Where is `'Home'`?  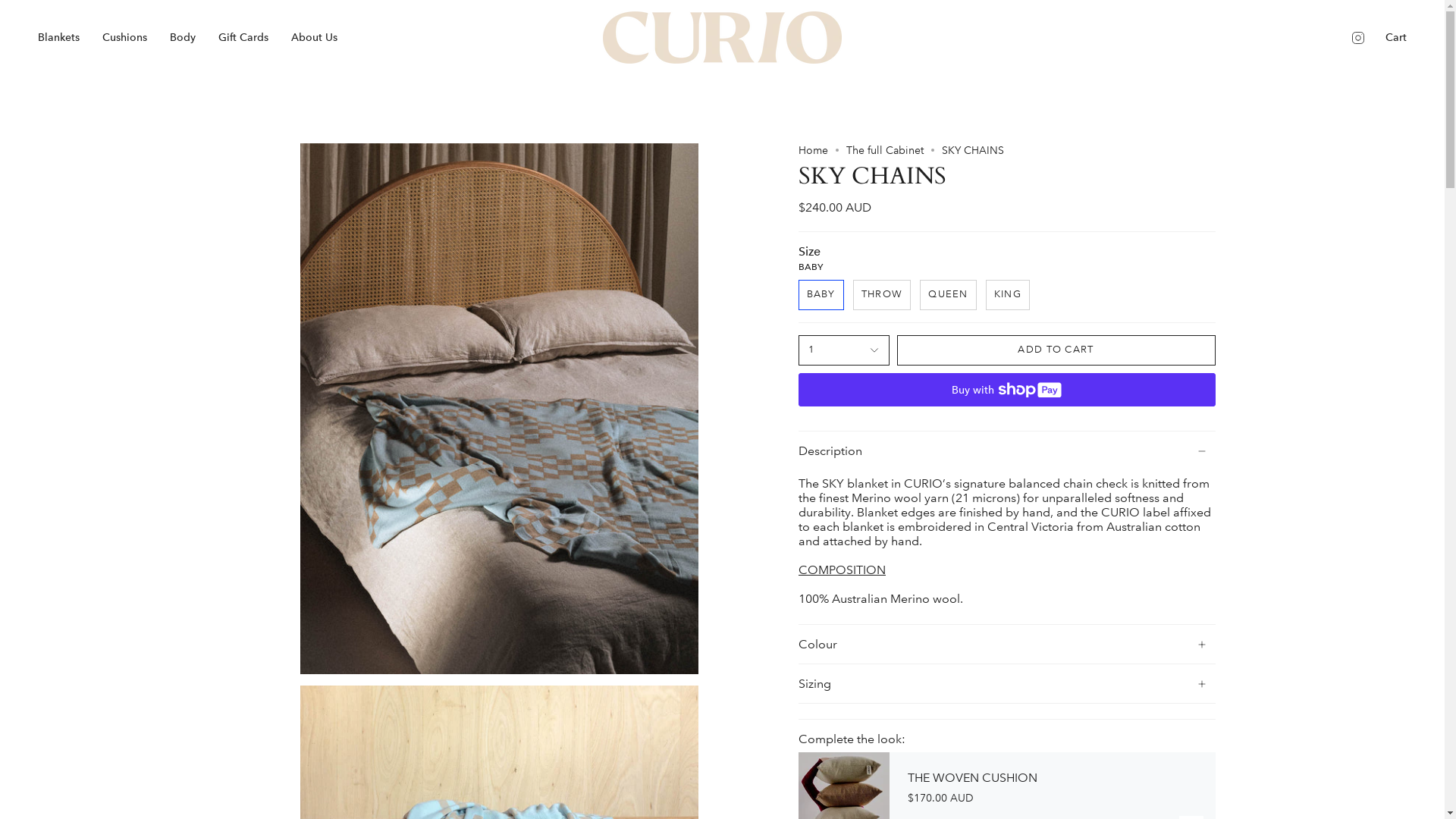
'Home' is located at coordinates (811, 149).